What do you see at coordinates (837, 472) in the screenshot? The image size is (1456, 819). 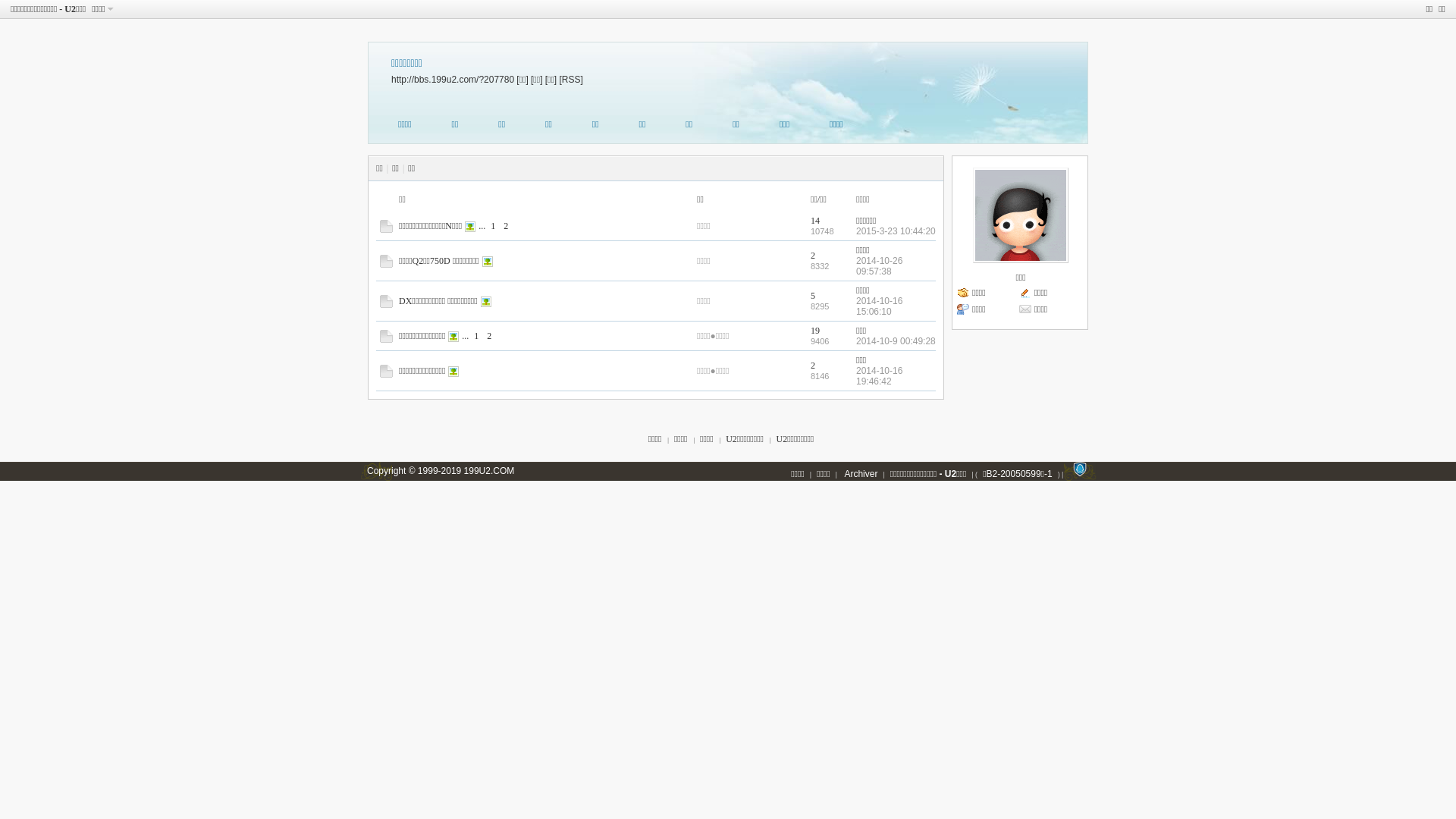 I see `'Archiver'` at bounding box center [837, 472].